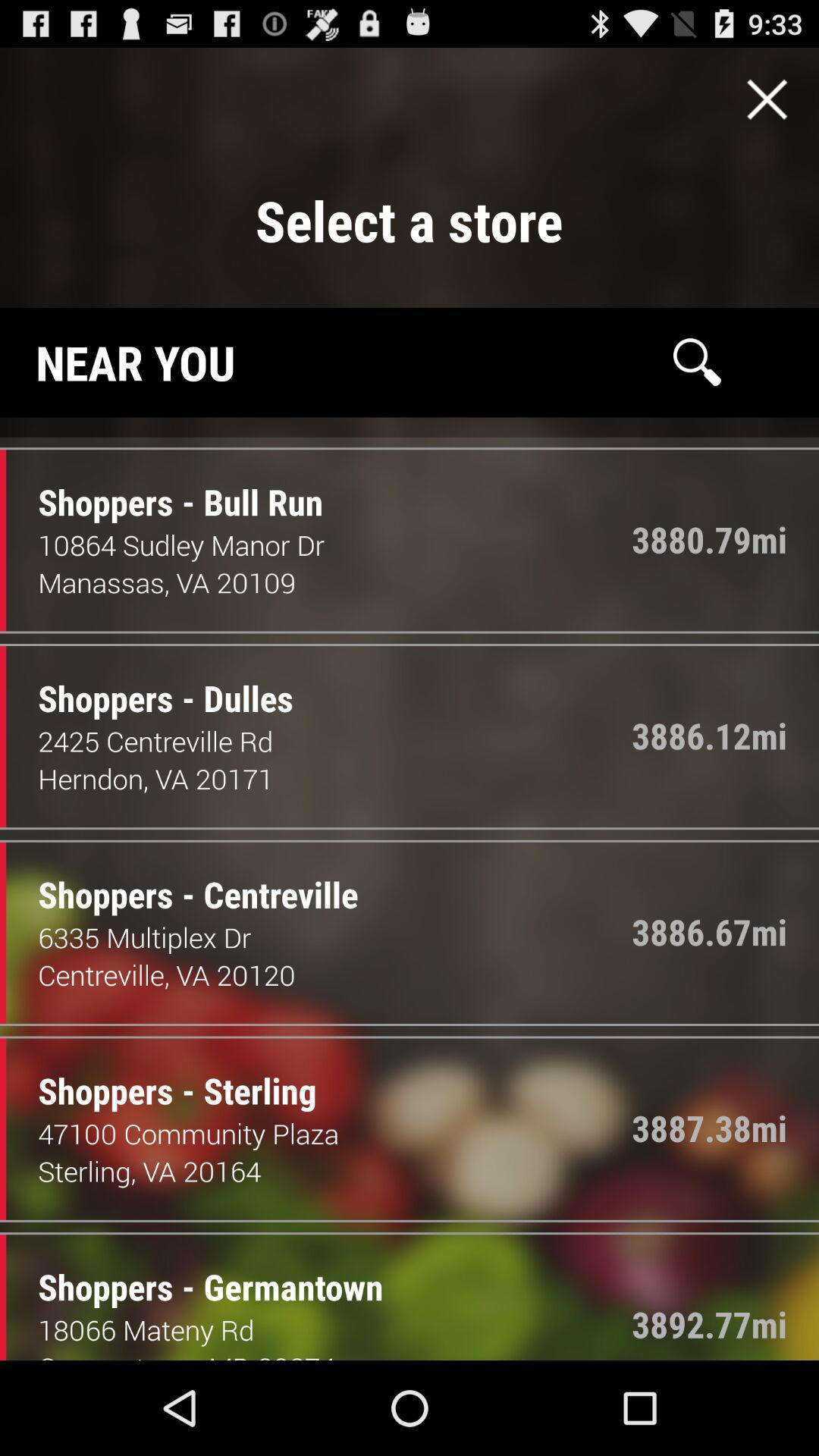 This screenshot has height=1456, width=819. I want to click on the search icon, so click(697, 388).